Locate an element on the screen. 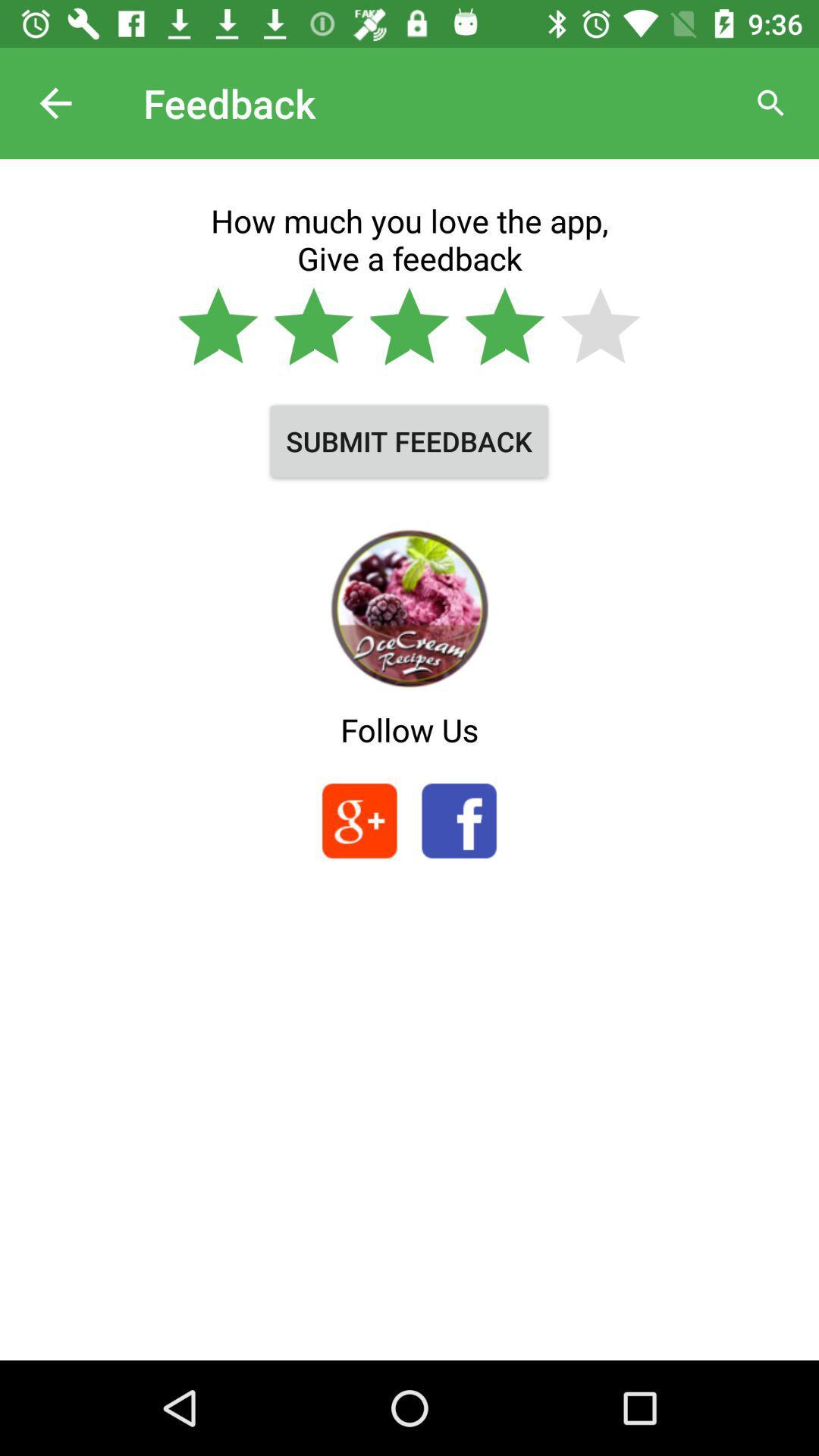  the facebook icon is located at coordinates (458, 820).